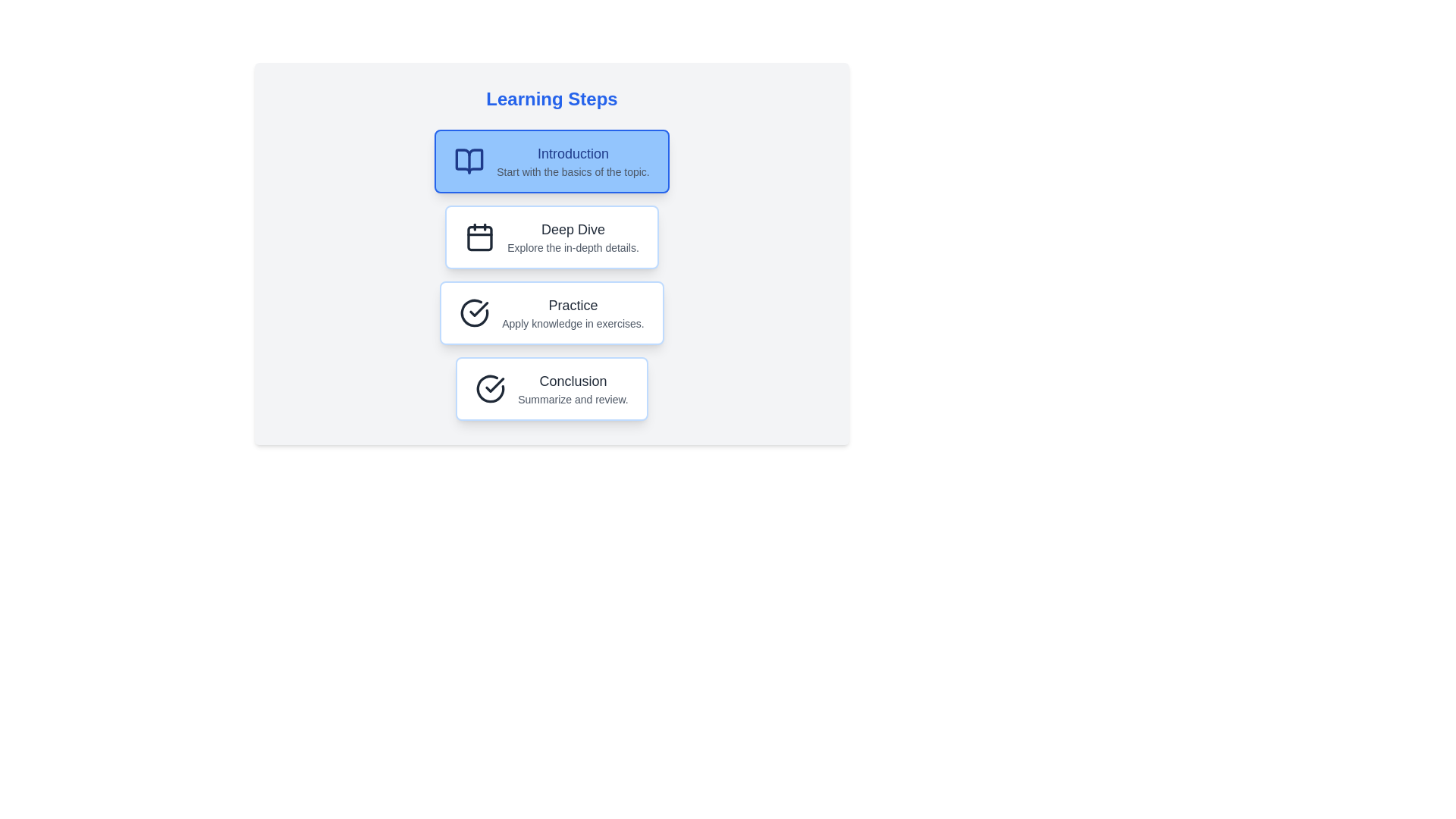  Describe the element at coordinates (551, 99) in the screenshot. I see `the static text header 'Learning Steps' which provides context for the following content in the interface` at that location.